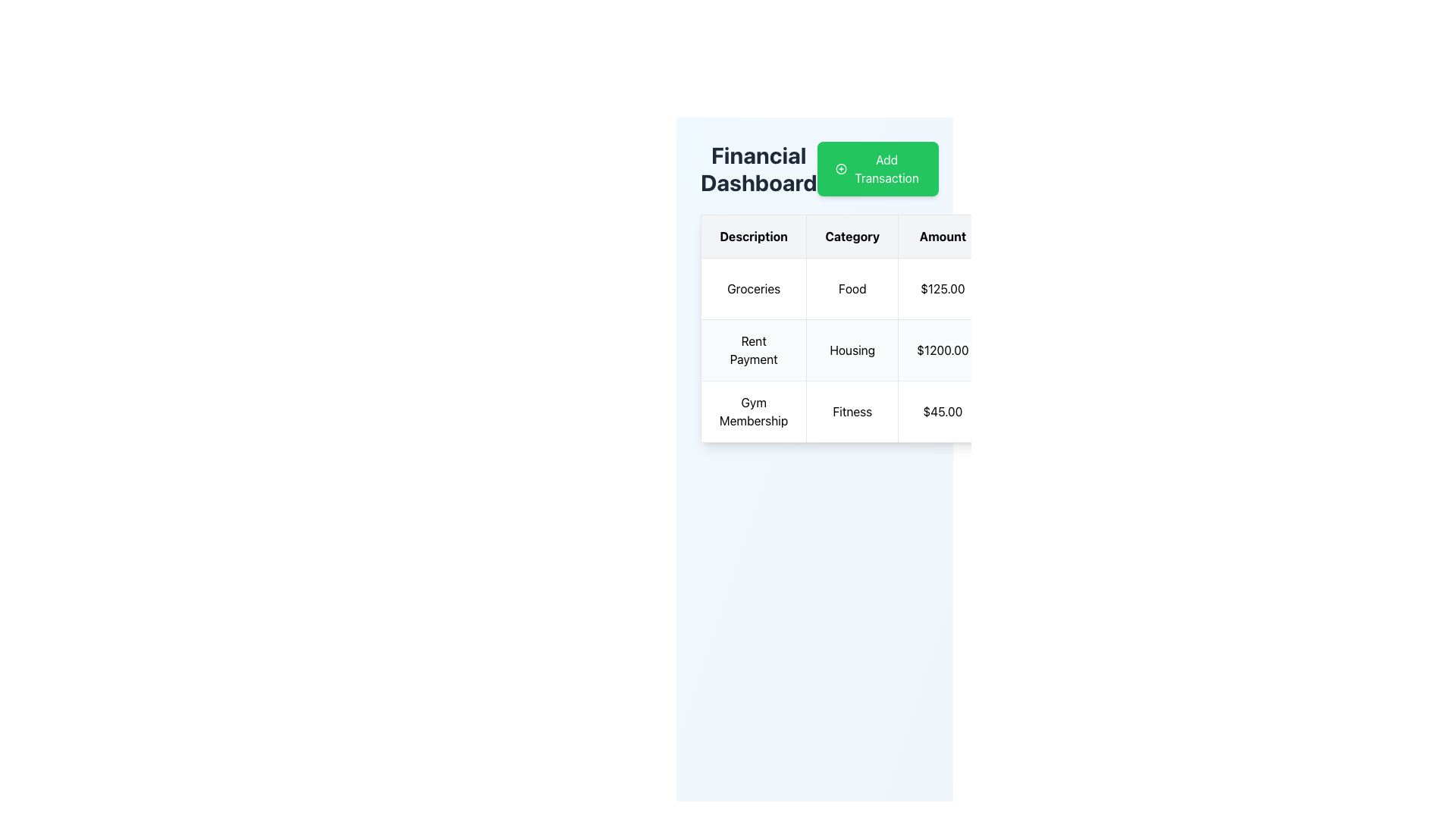 The width and height of the screenshot is (1456, 819). I want to click on the add icon located on the left side of the 'Add Transaction' button, so click(840, 169).